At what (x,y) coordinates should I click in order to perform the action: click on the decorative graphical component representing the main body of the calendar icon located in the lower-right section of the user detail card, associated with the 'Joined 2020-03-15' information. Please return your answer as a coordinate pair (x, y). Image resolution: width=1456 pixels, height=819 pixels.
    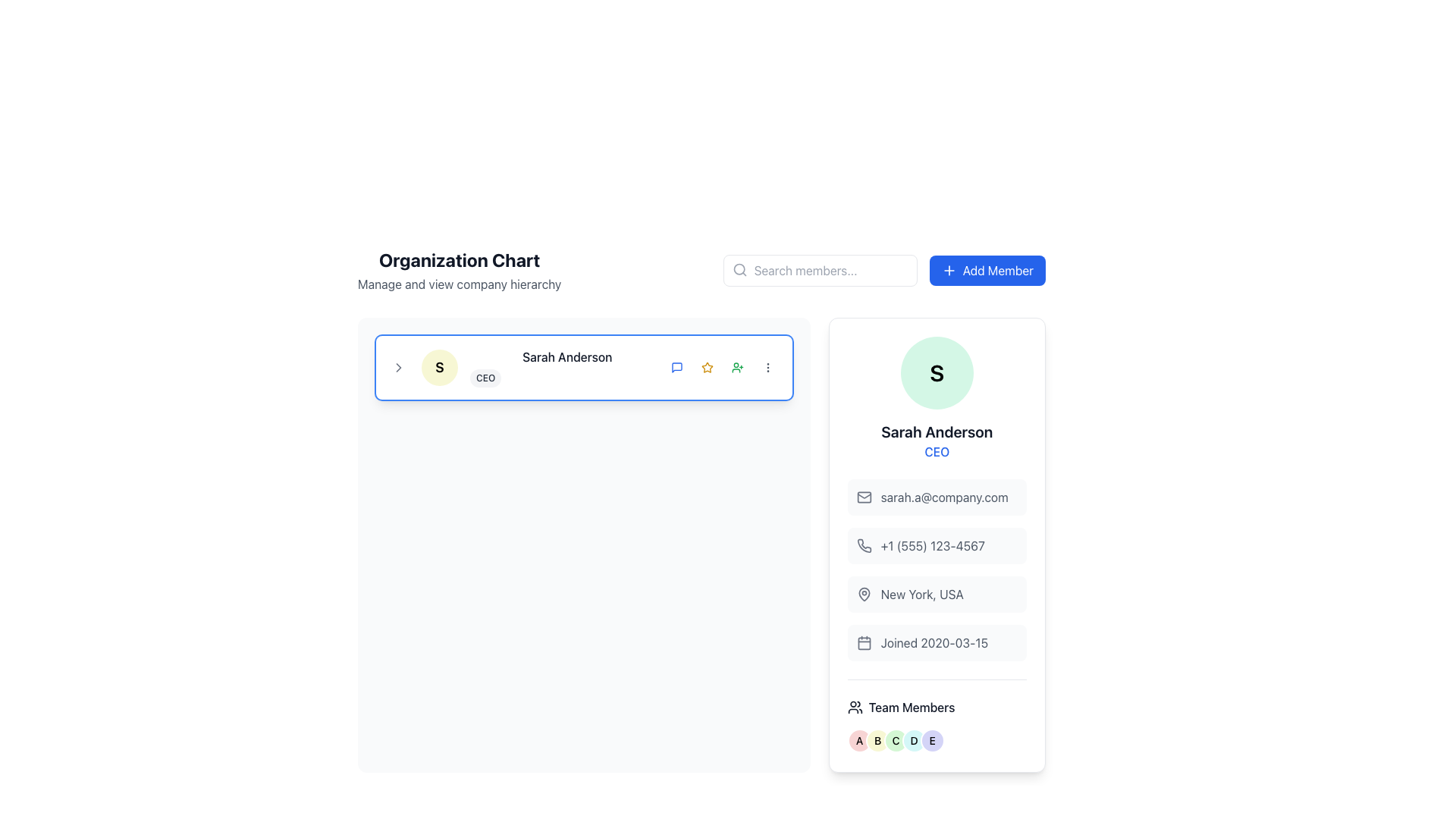
    Looking at the image, I should click on (864, 643).